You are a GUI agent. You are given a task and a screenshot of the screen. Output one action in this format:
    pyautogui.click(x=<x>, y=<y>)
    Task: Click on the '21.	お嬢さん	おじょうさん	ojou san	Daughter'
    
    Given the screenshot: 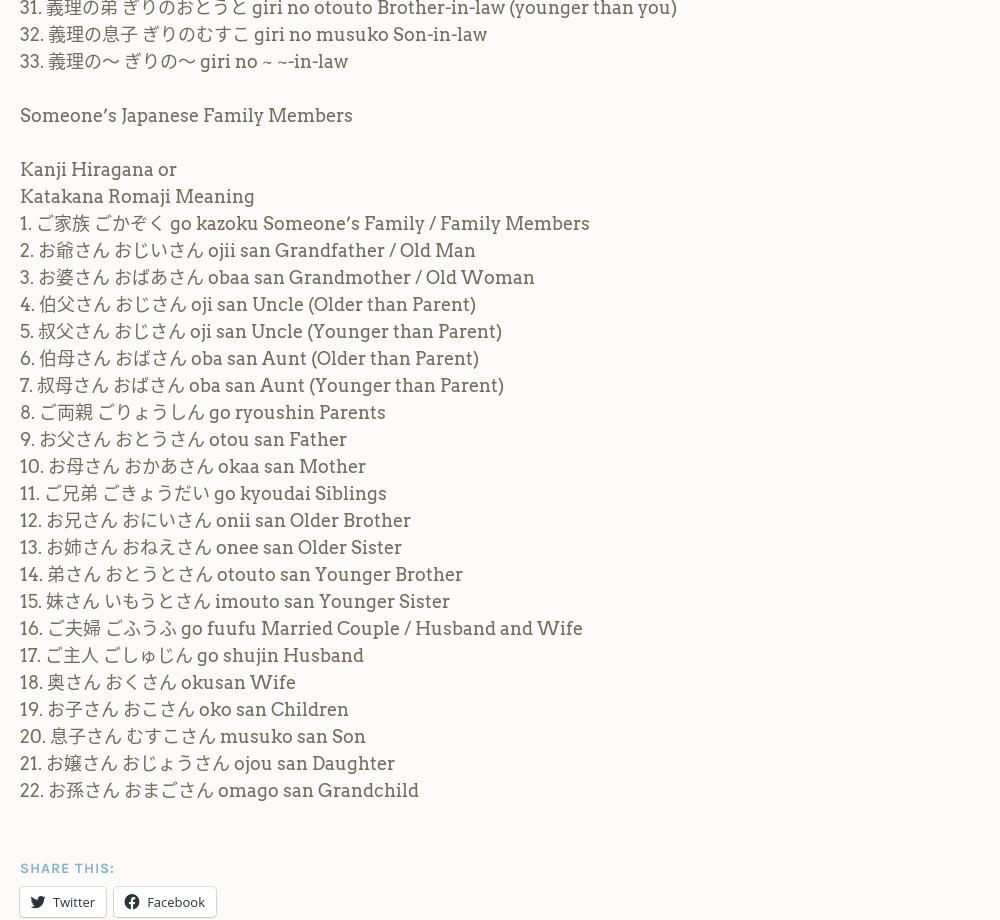 What is the action you would take?
    pyautogui.click(x=206, y=762)
    